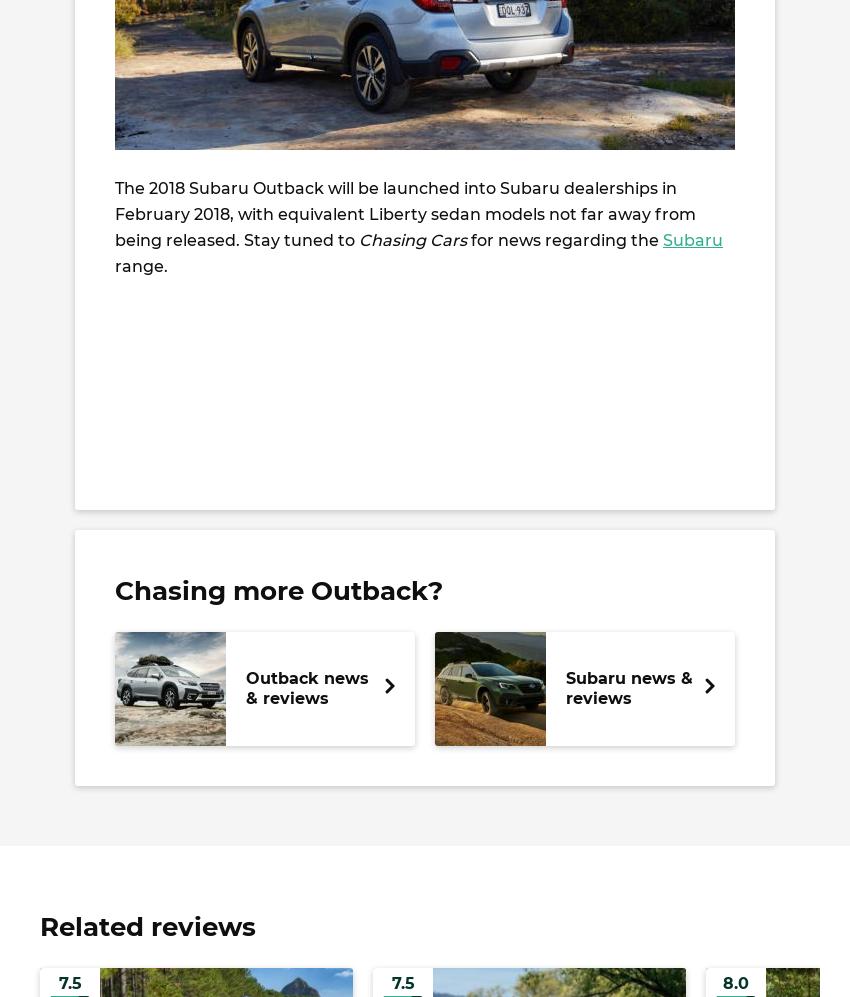 The width and height of the screenshot is (850, 997). I want to click on 'Related reviews', so click(147, 927).